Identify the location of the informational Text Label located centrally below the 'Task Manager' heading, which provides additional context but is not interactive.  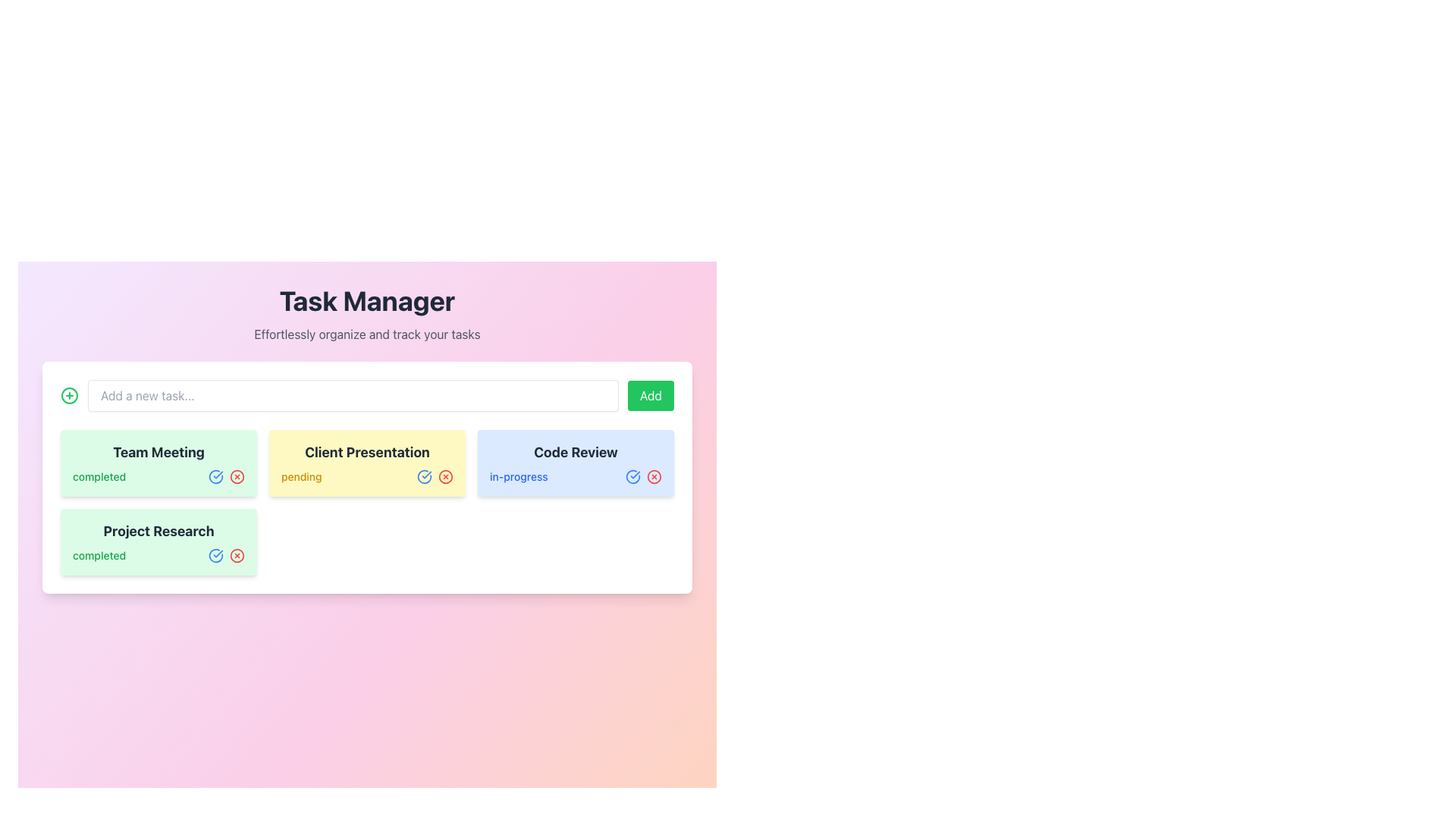
(367, 333).